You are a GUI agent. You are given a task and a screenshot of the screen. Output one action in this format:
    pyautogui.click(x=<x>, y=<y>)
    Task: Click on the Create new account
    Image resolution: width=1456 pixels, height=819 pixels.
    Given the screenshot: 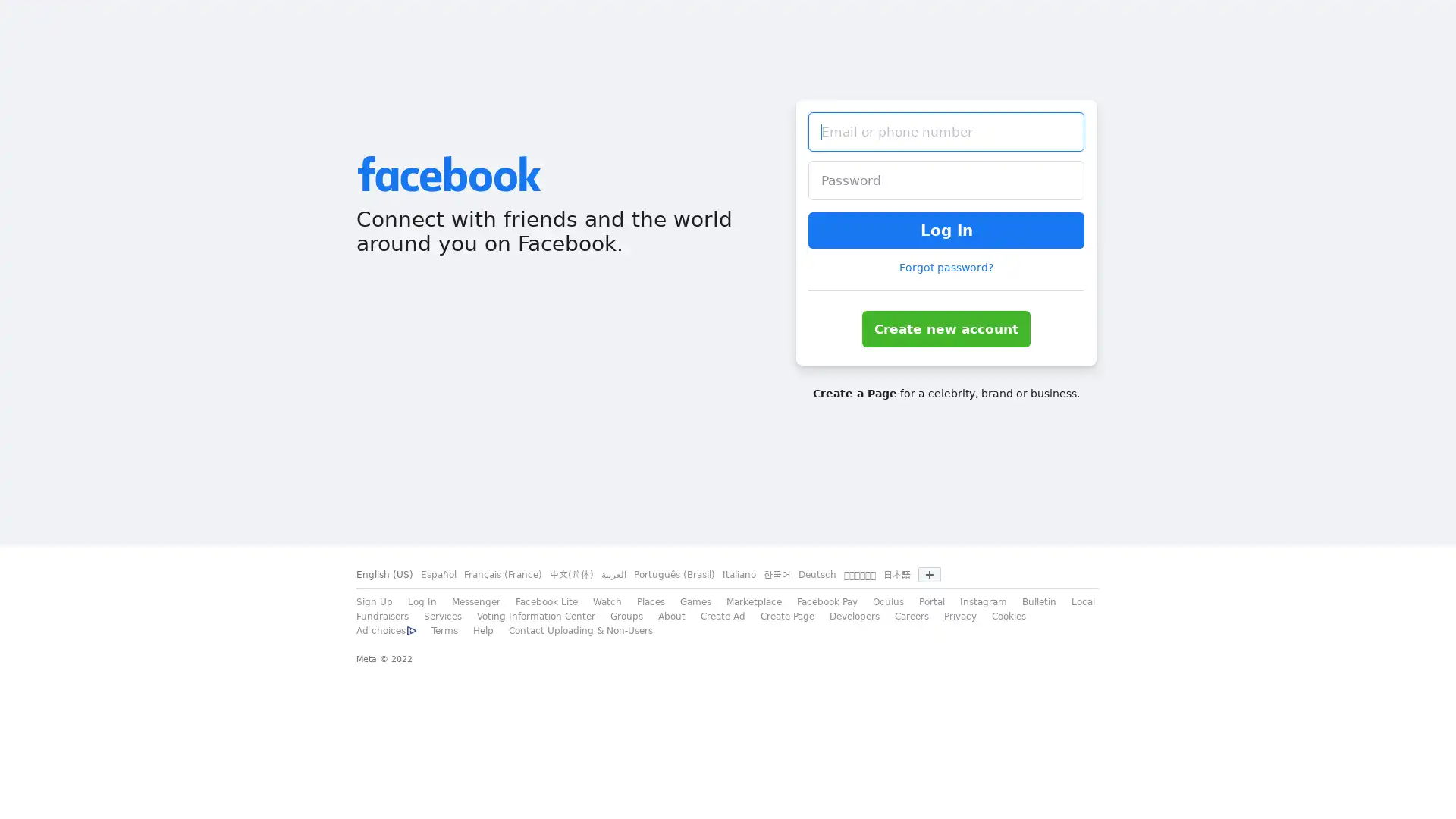 What is the action you would take?
    pyautogui.click(x=946, y=327)
    